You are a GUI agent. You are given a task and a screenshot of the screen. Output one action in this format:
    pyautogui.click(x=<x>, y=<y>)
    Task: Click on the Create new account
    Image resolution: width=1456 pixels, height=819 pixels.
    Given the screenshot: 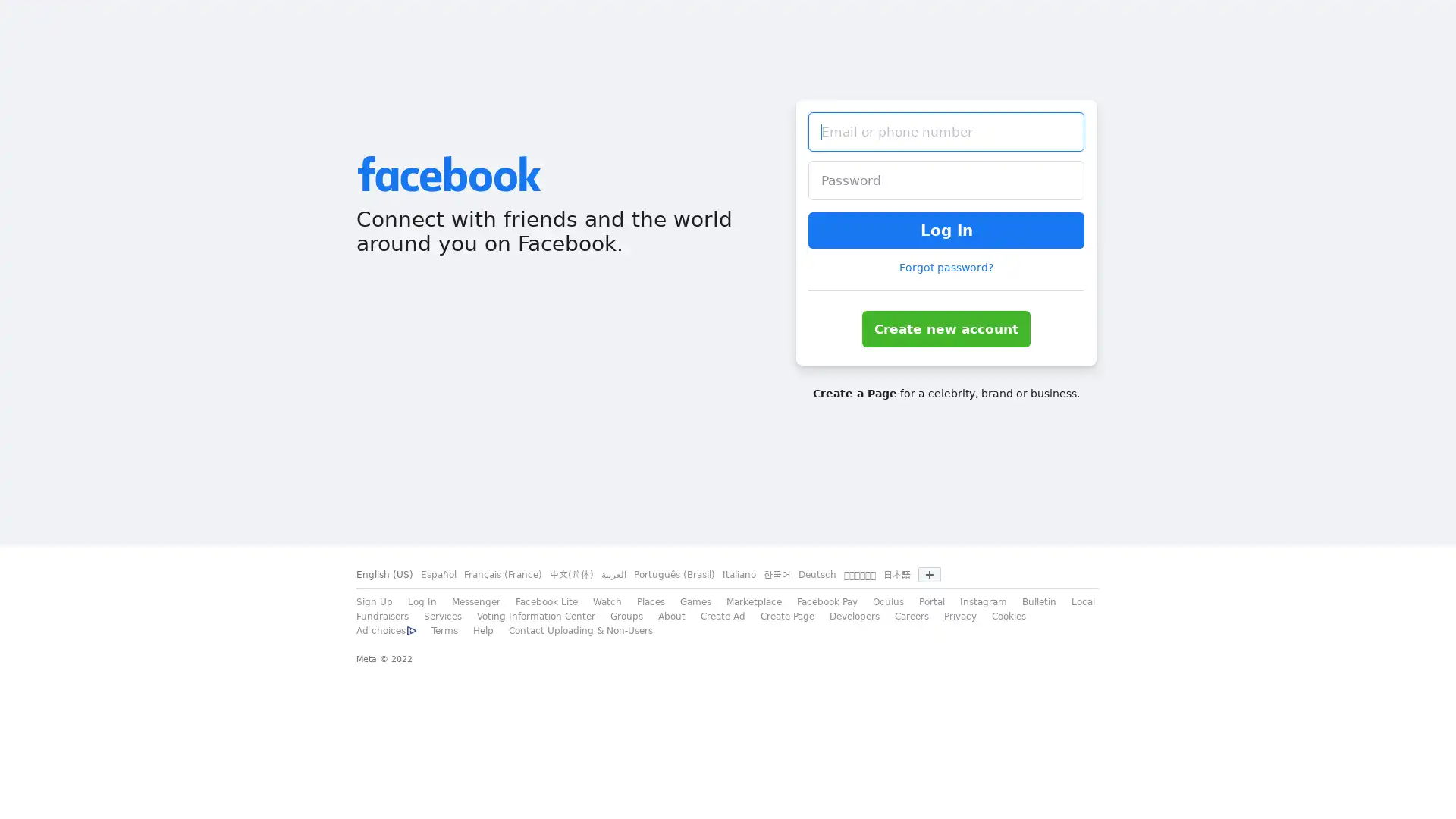 What is the action you would take?
    pyautogui.click(x=946, y=327)
    